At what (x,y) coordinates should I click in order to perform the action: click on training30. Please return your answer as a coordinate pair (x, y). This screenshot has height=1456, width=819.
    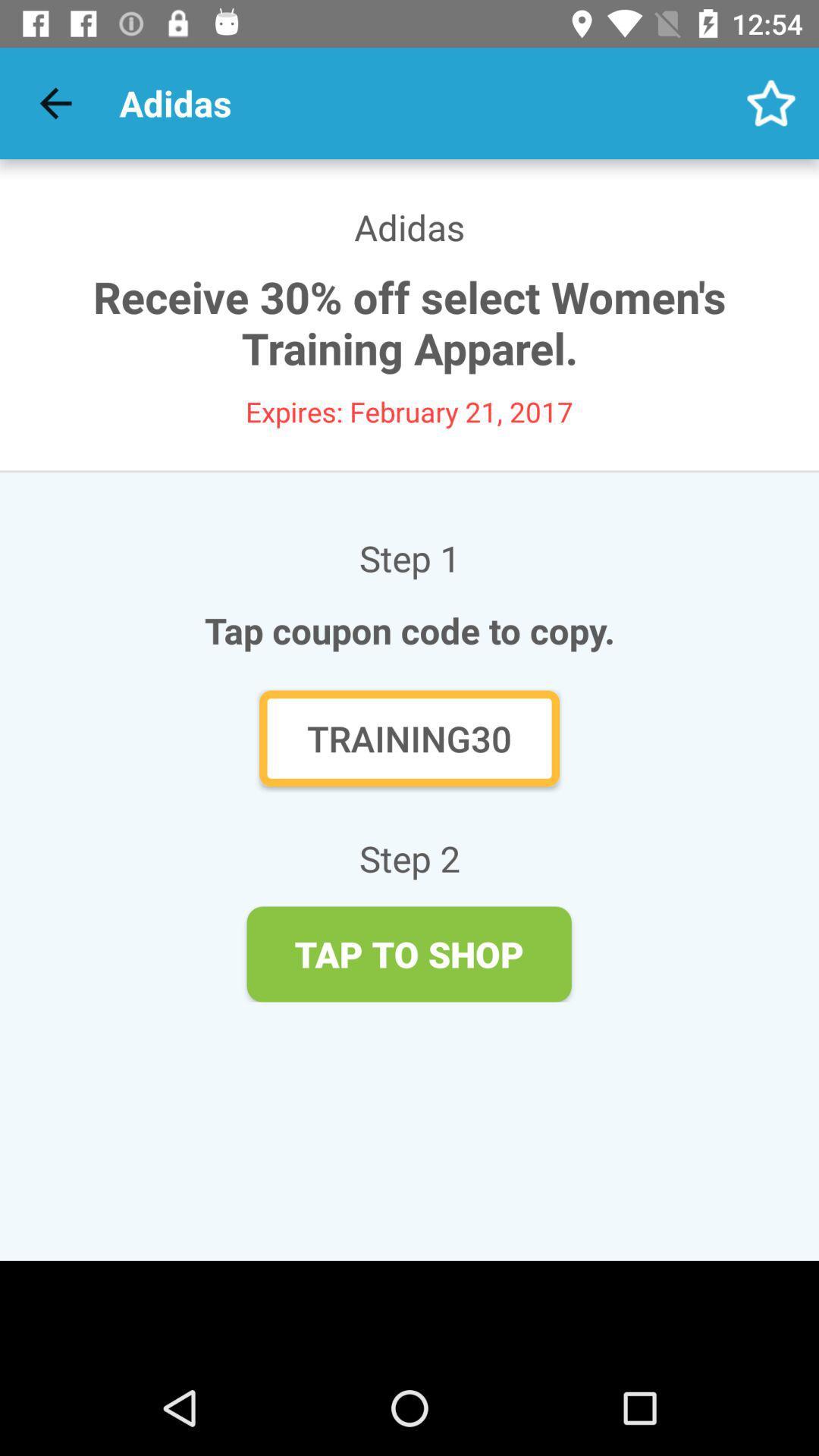
    Looking at the image, I should click on (409, 738).